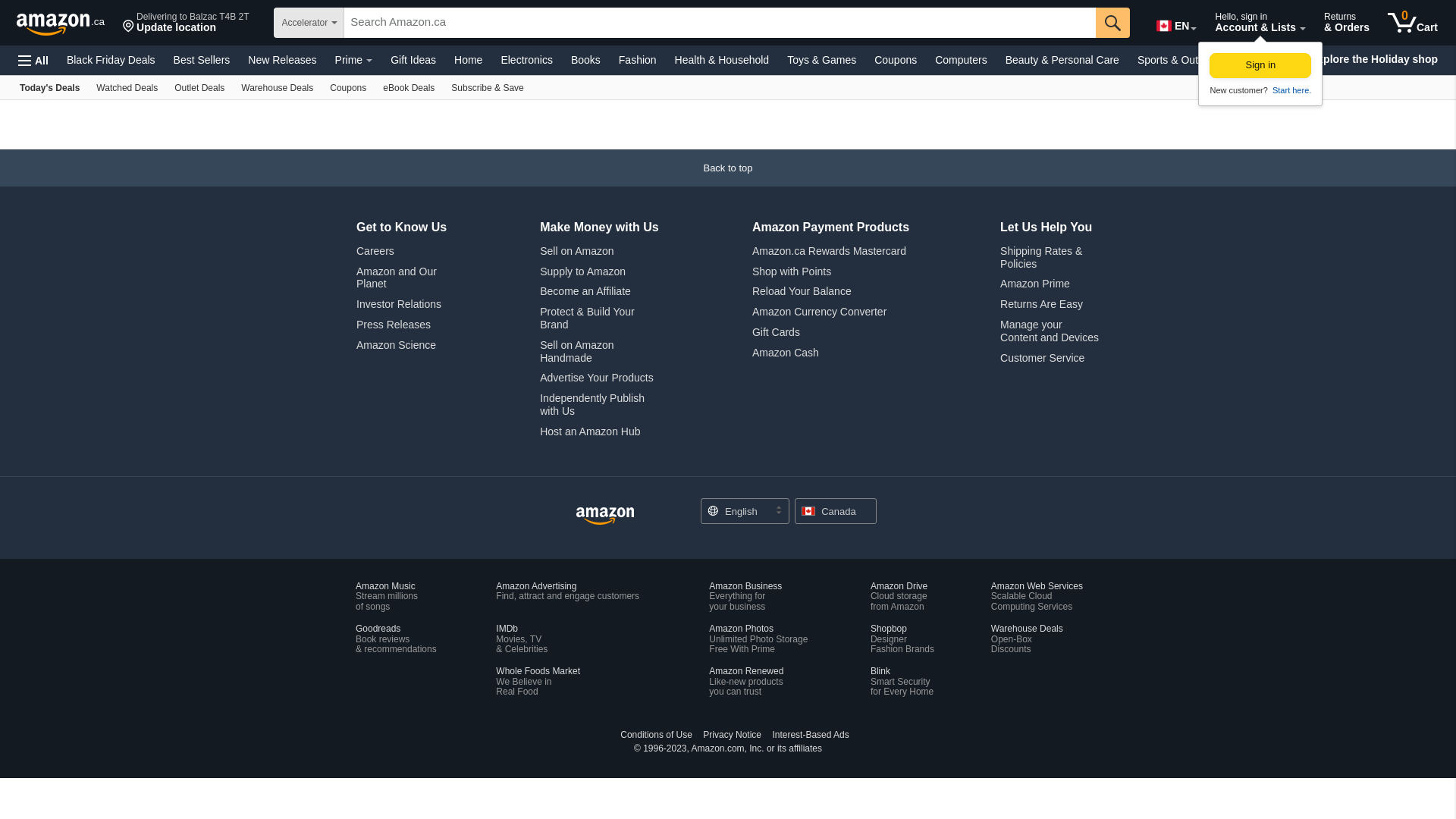 This screenshot has width=1456, height=819. What do you see at coordinates (539, 271) in the screenshot?
I see `'Supply to Amazon'` at bounding box center [539, 271].